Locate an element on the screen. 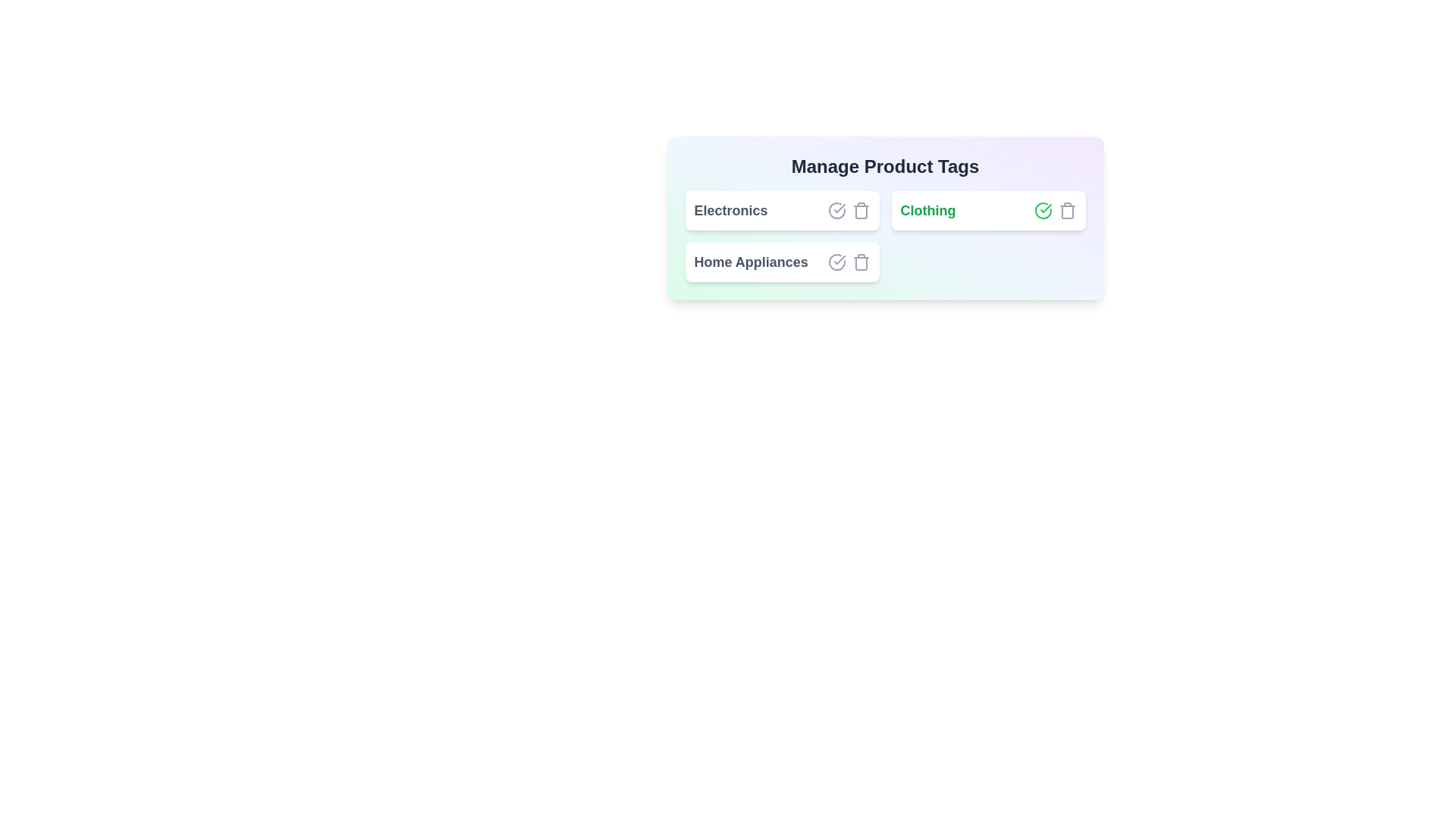  delete button for the tag Clothing is located at coordinates (1066, 210).